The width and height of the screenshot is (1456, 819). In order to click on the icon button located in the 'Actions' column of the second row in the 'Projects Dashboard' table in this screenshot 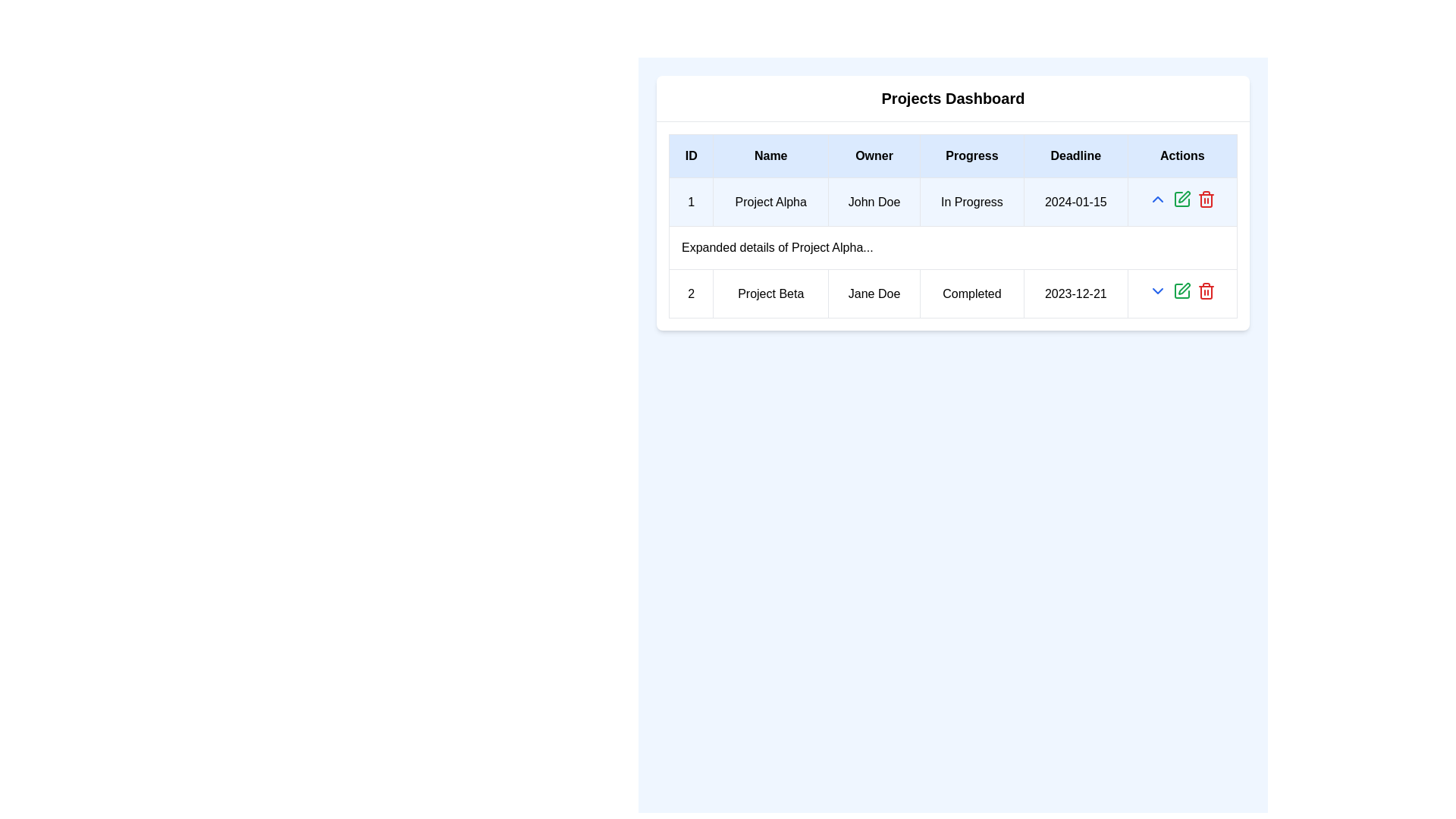, I will do `click(1181, 291)`.